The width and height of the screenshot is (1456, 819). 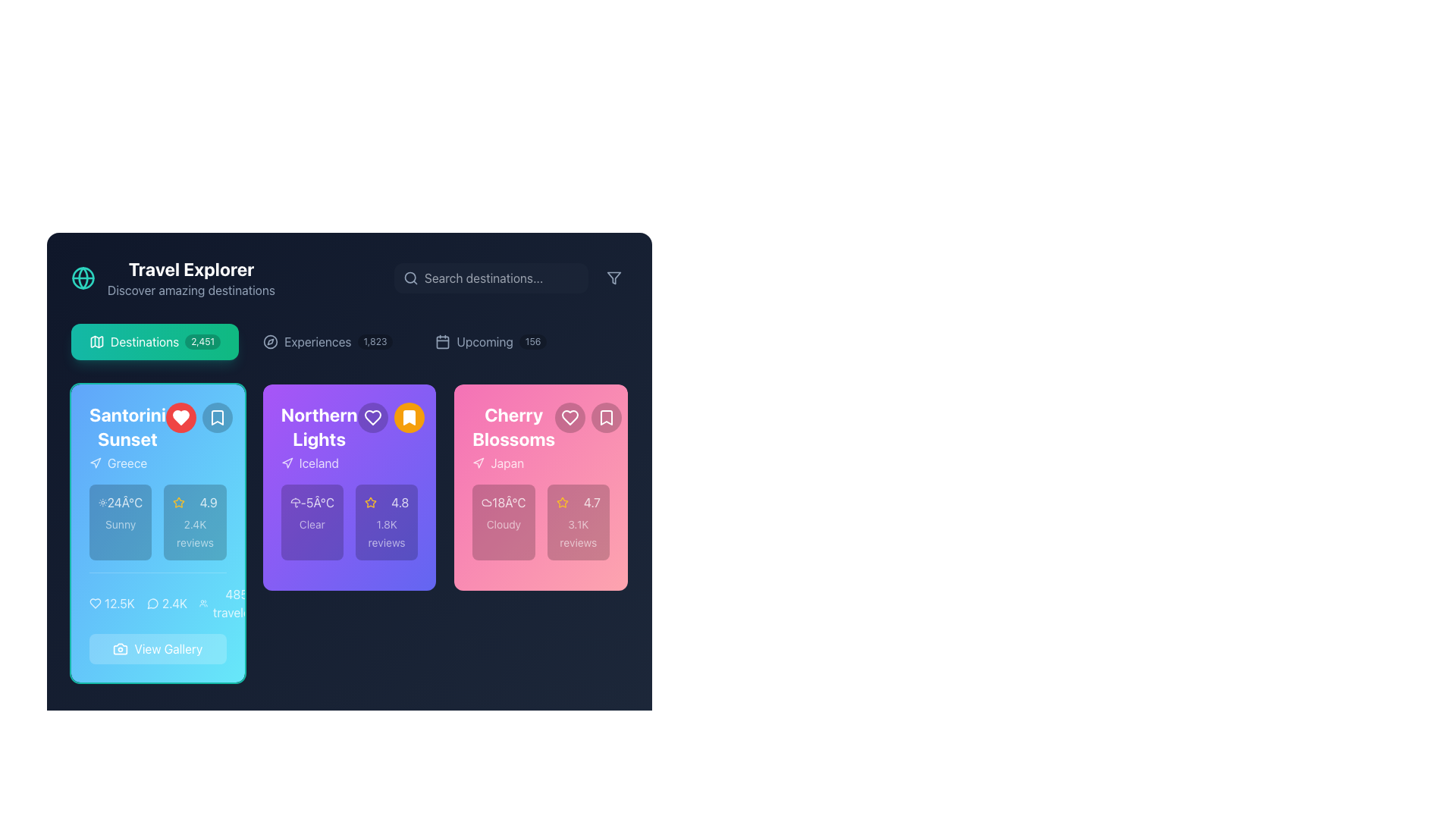 What do you see at coordinates (577, 503) in the screenshot?
I see `the rating details associated with the score displayed by the yellow star icon and the text '4.7' in the upper portion of the pink card` at bounding box center [577, 503].